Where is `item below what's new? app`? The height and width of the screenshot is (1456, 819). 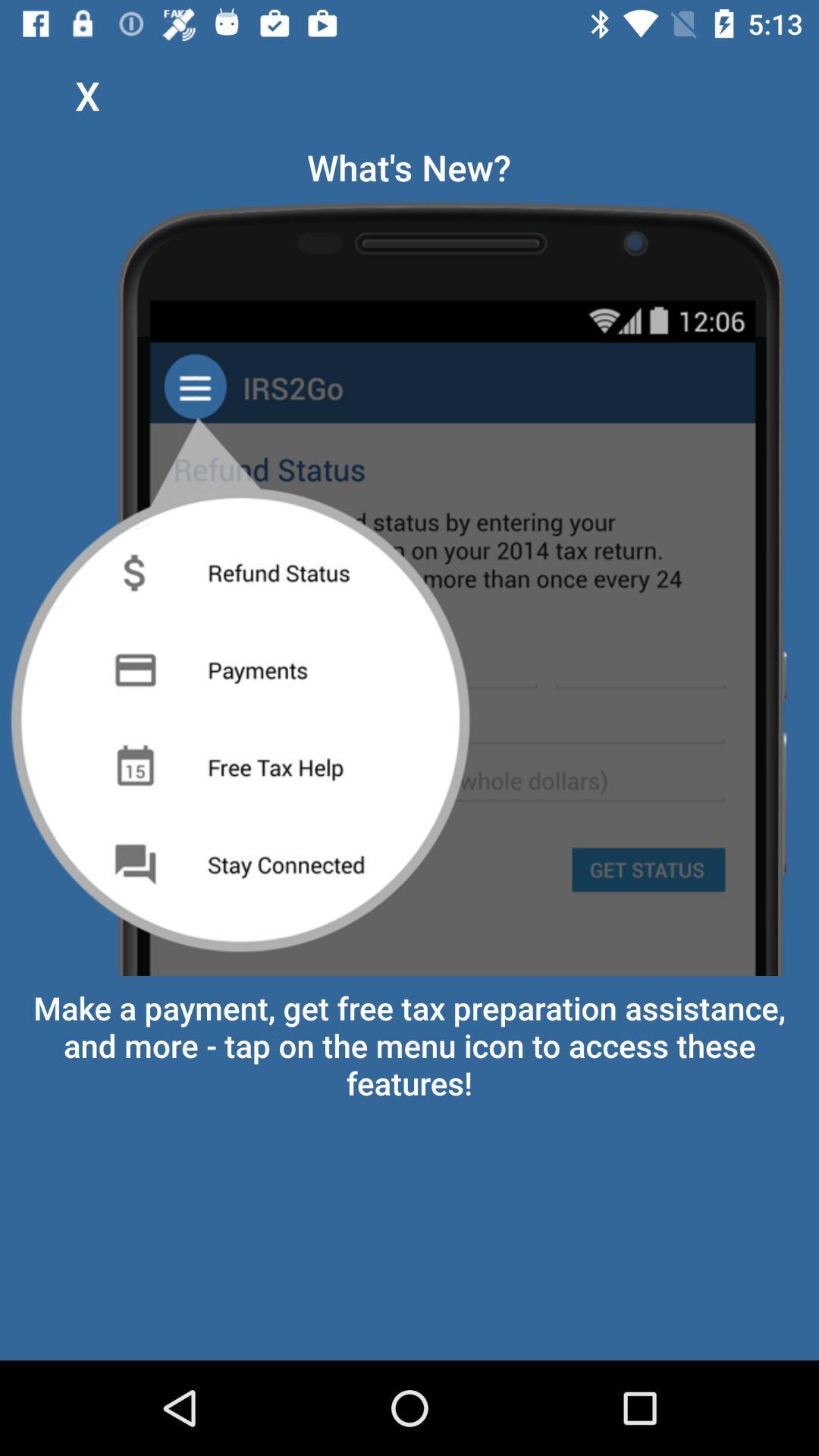 item below what's new? app is located at coordinates (409, 582).